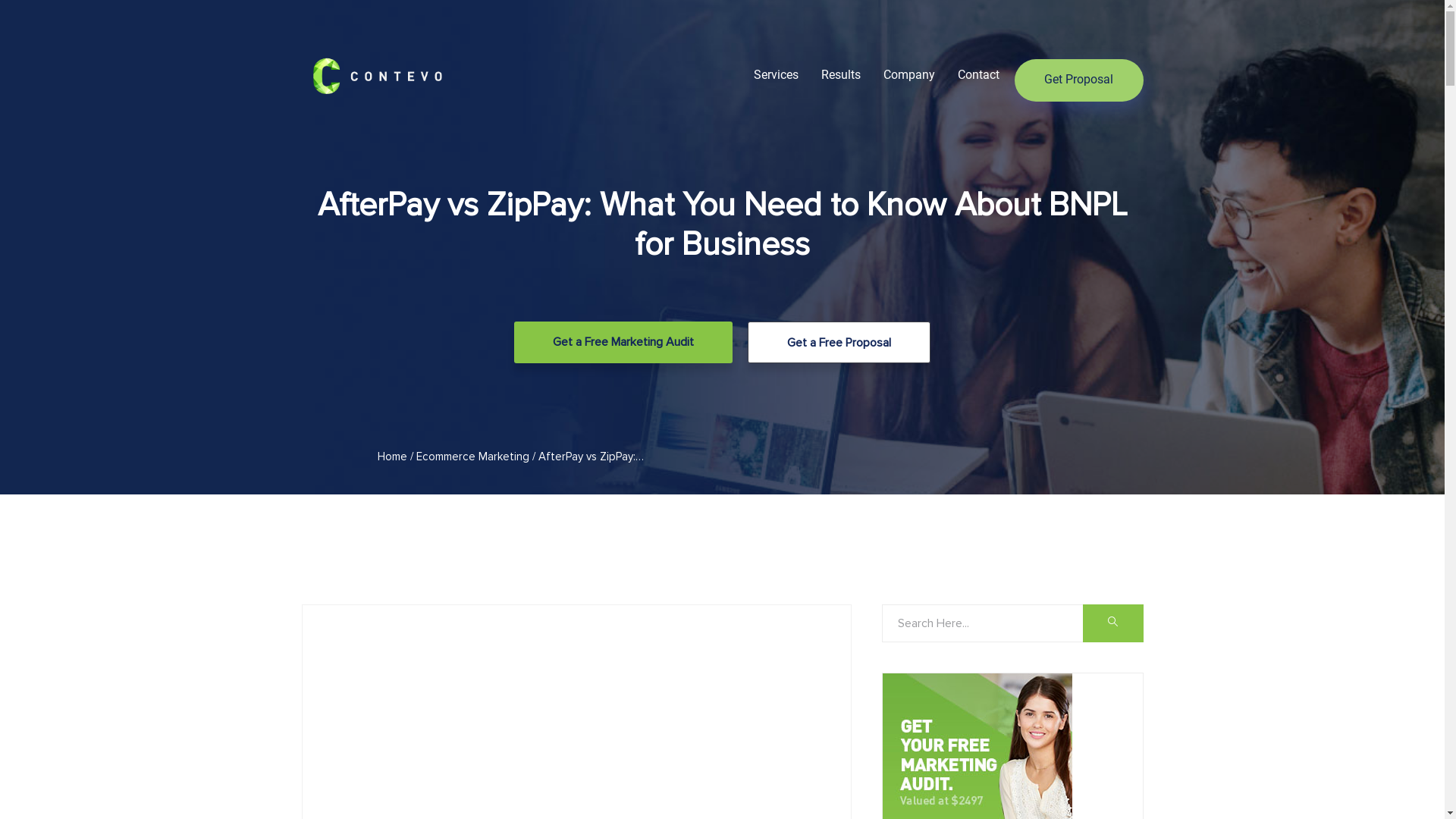 The image size is (1456, 819). I want to click on 'Services', so click(776, 74).